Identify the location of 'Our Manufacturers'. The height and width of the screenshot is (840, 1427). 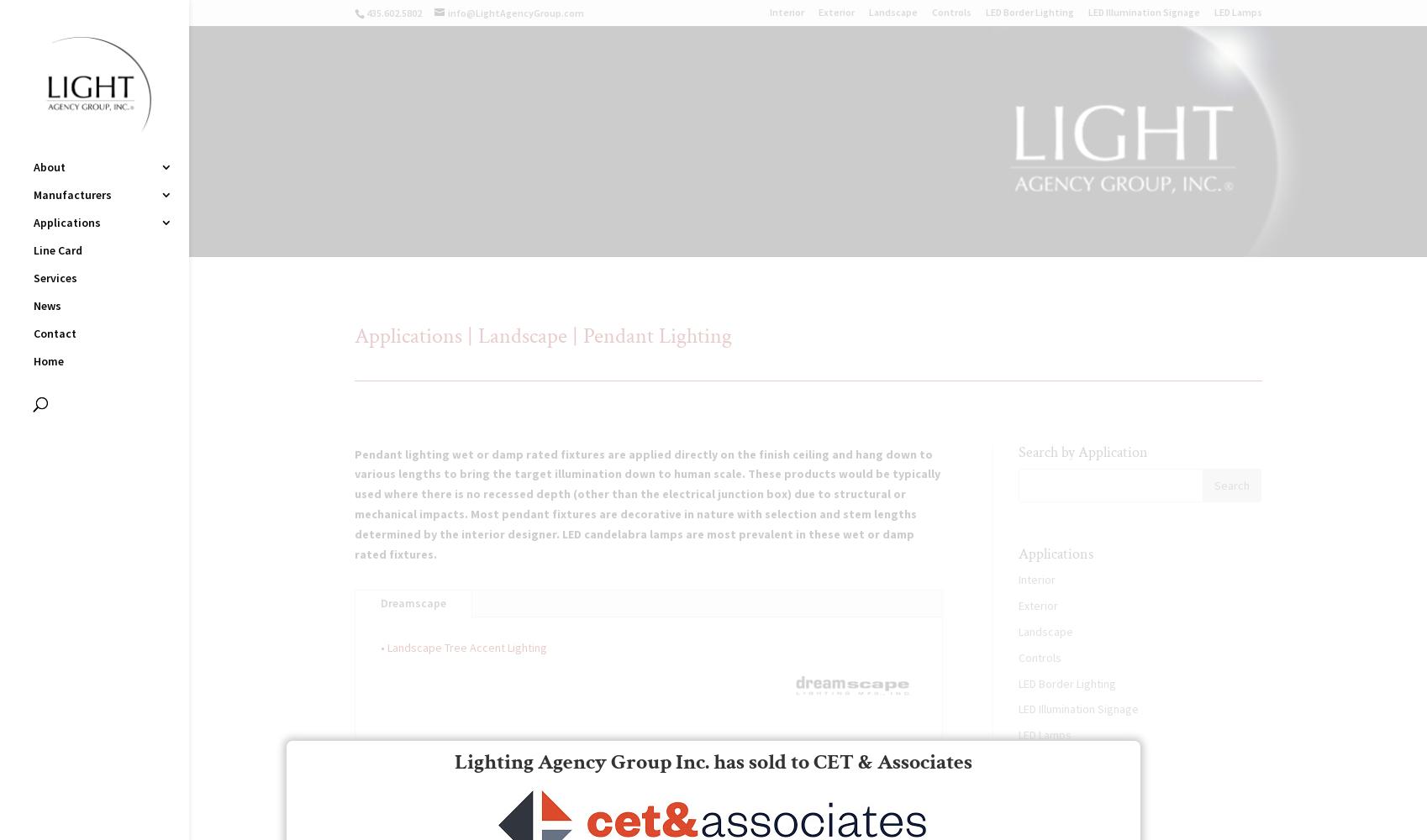
(1074, 802).